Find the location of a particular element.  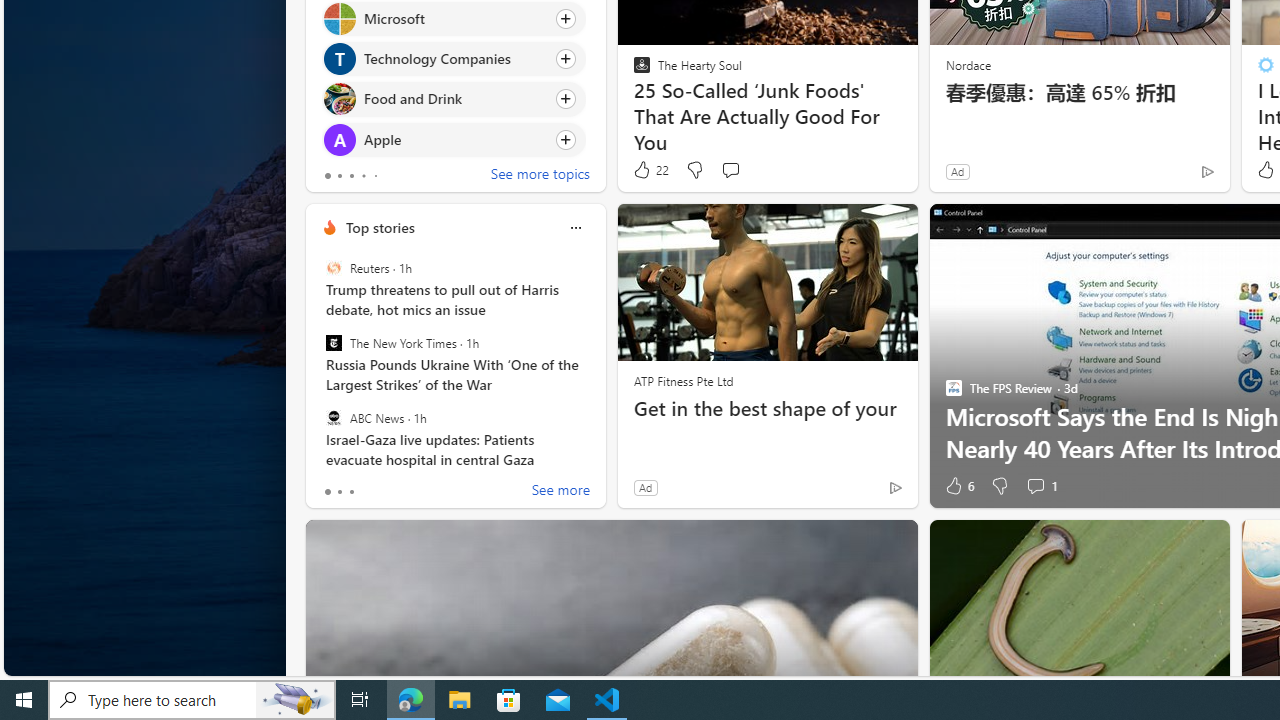

'ATP Fitness Pte Ltd' is located at coordinates (683, 380).